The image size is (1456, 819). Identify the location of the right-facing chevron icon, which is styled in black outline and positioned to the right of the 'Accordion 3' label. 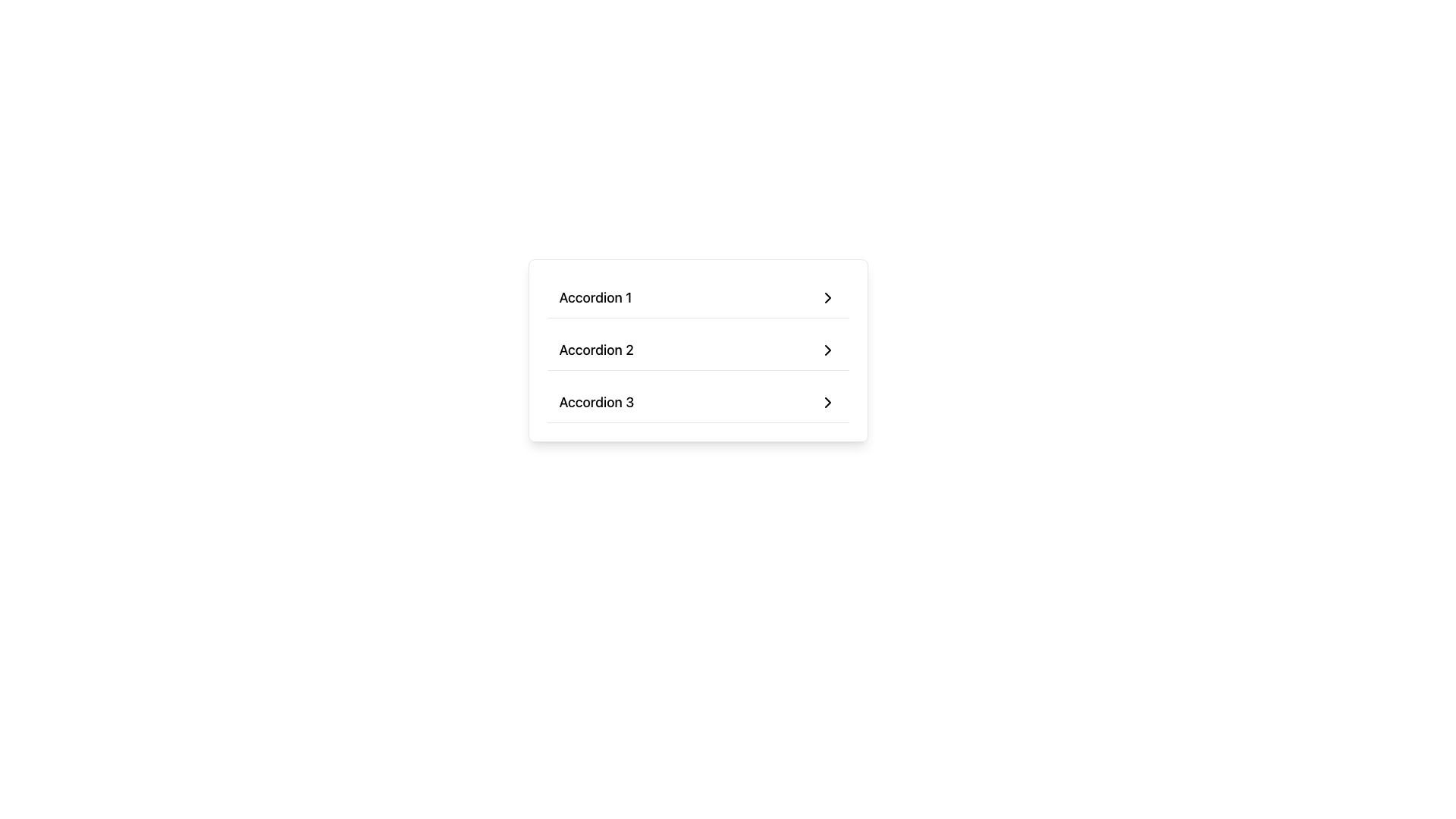
(827, 402).